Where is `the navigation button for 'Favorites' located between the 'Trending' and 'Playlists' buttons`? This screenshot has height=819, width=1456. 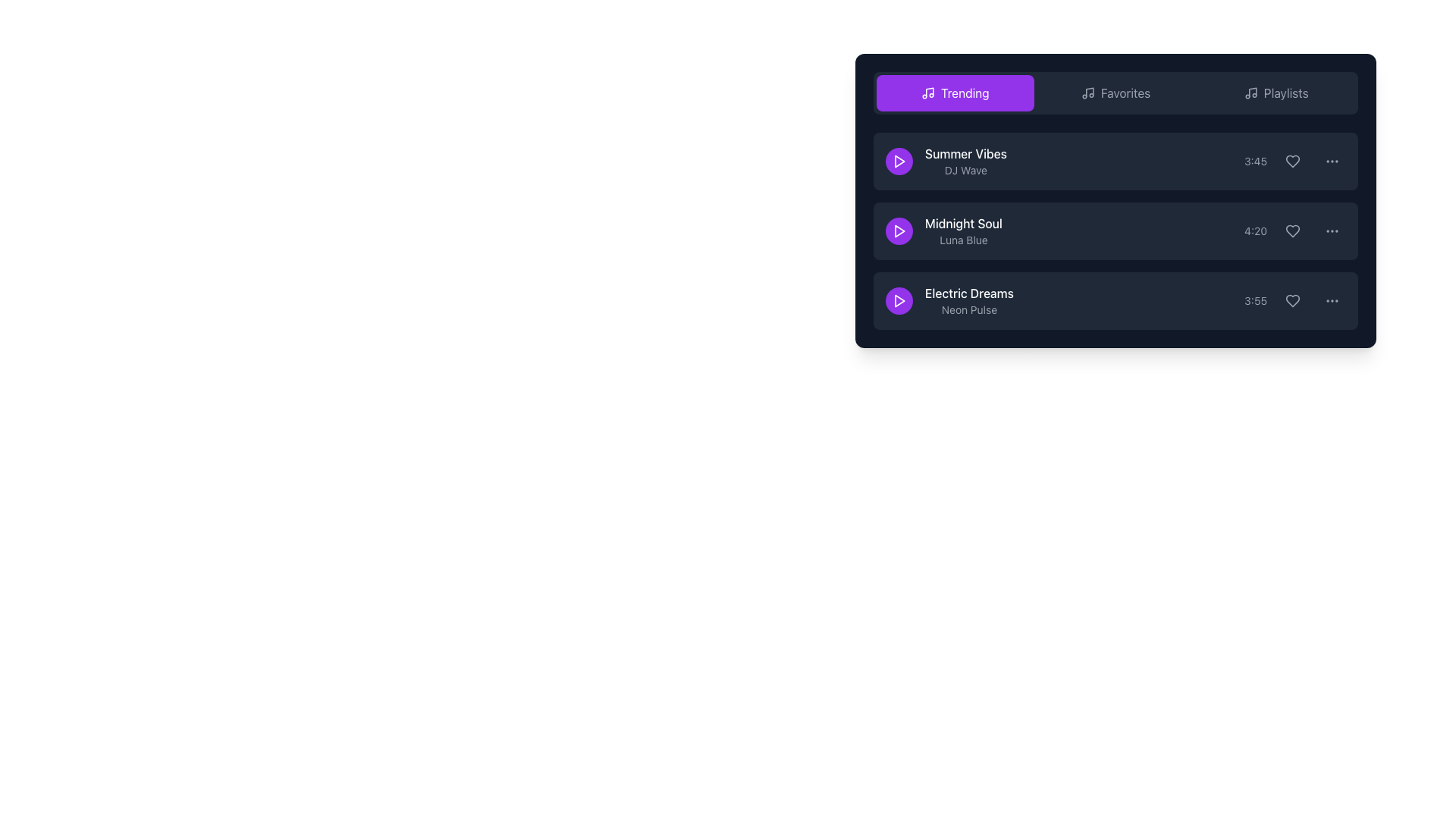 the navigation button for 'Favorites' located between the 'Trending' and 'Playlists' buttons is located at coordinates (1116, 93).